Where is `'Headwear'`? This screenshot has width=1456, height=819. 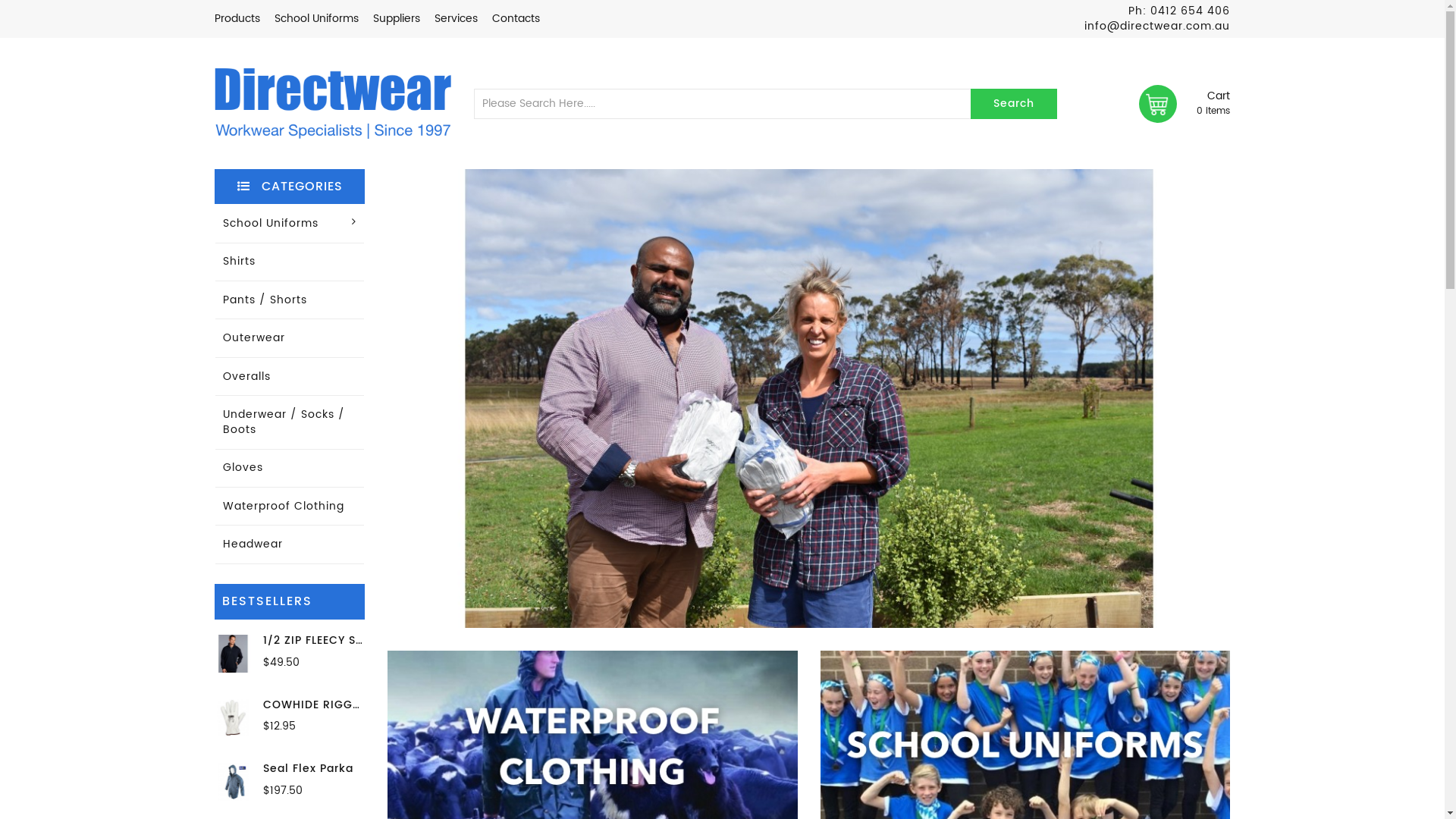
'Headwear' is located at coordinates (290, 543).